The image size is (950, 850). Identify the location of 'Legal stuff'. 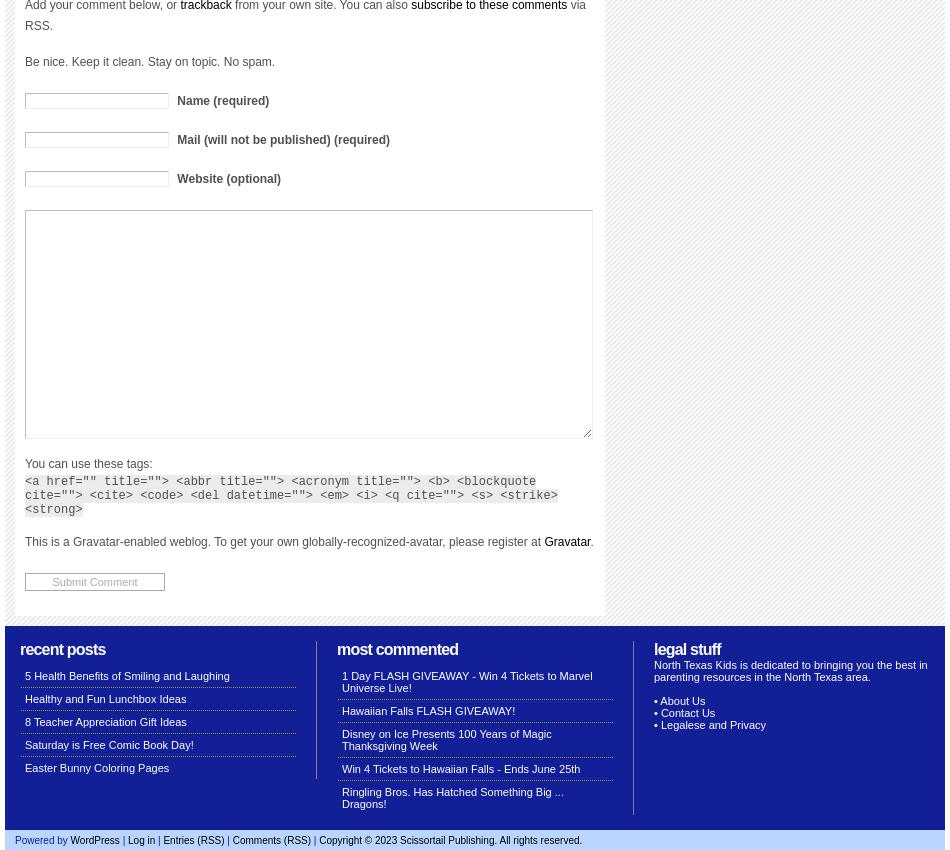
(653, 649).